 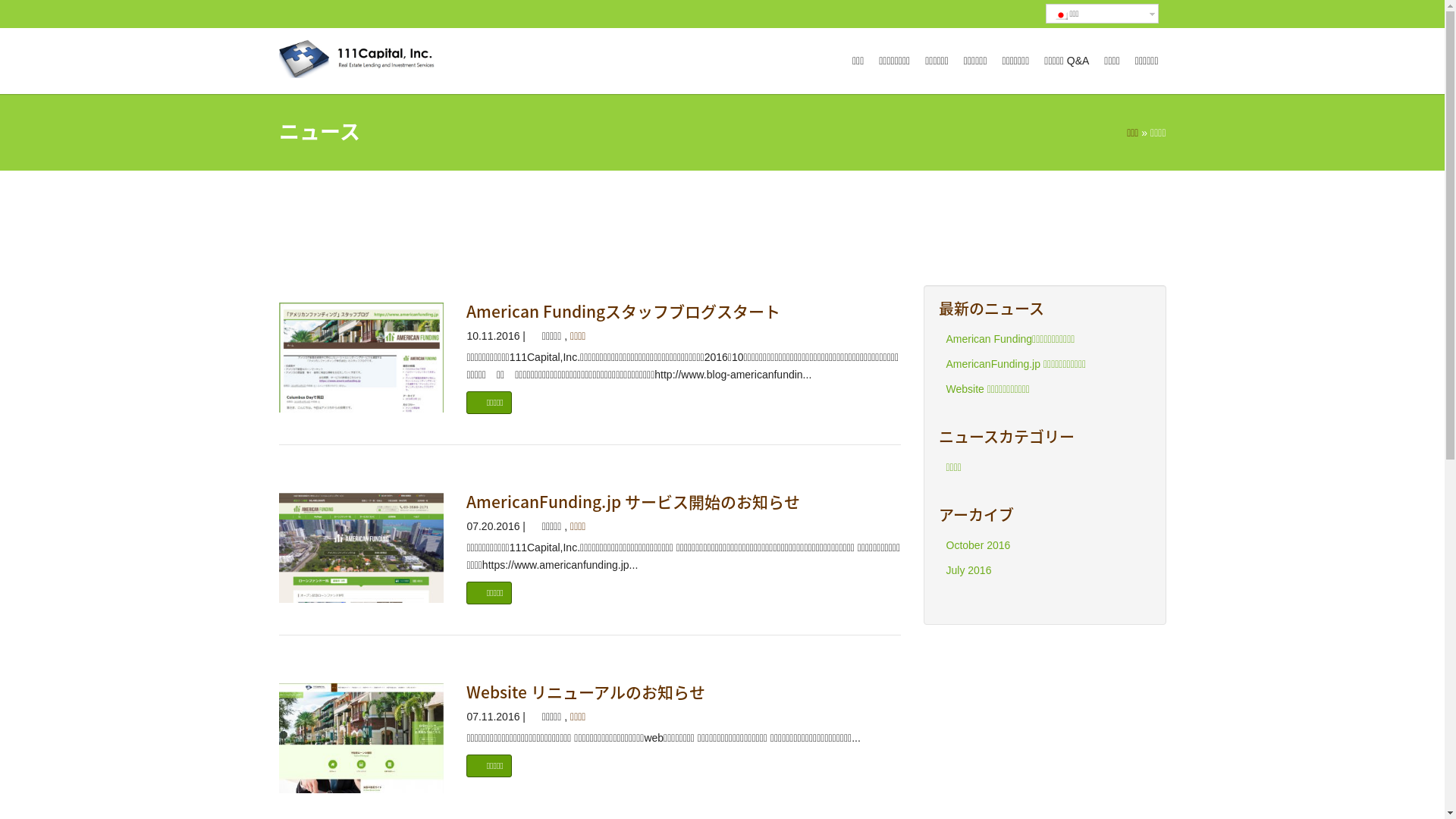 What do you see at coordinates (978, 544) in the screenshot?
I see `'October 2016'` at bounding box center [978, 544].